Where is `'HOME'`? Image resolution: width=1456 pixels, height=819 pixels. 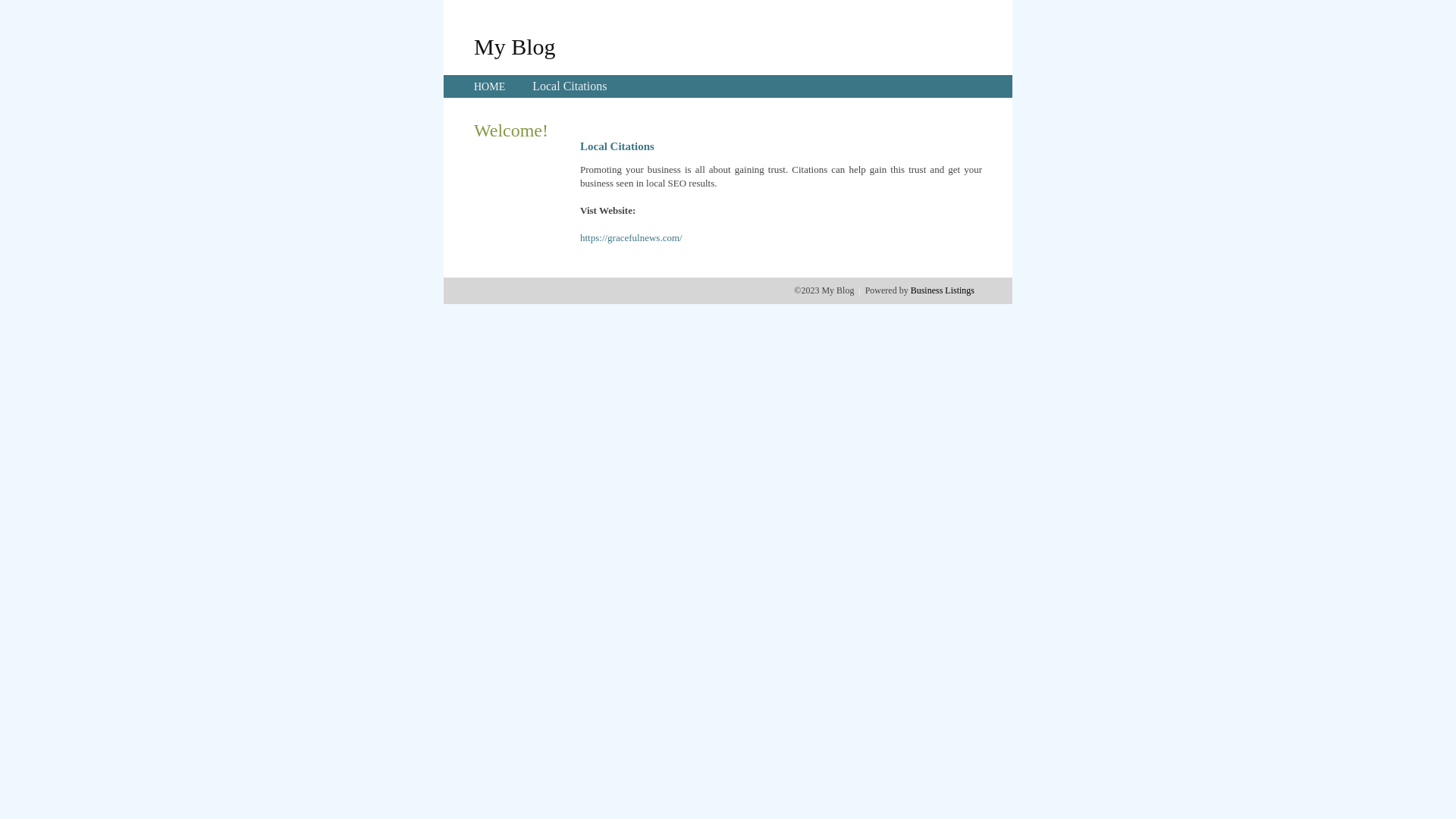
'HOME' is located at coordinates (489, 86).